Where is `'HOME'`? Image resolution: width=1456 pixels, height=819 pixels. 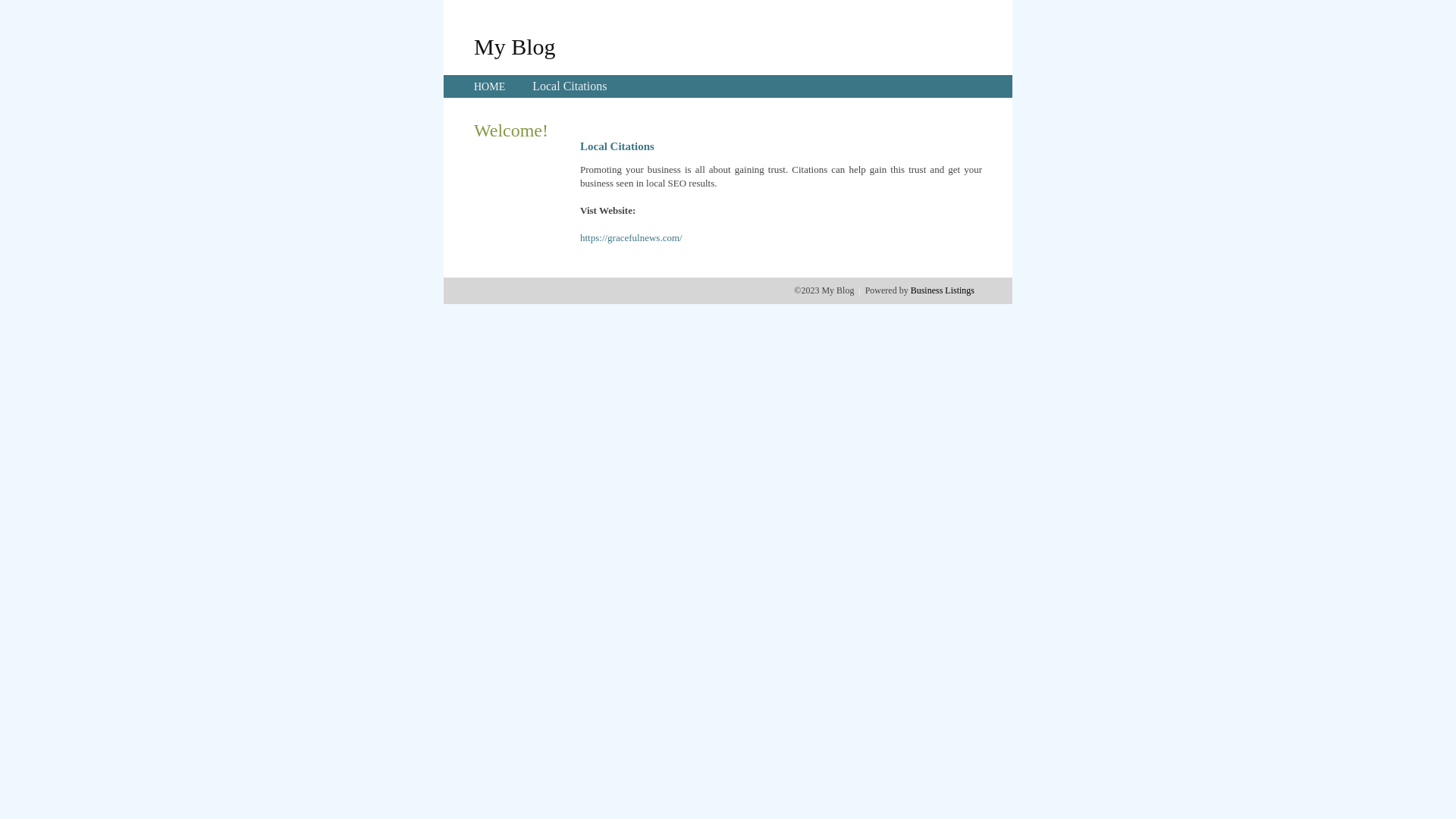
'HOME' is located at coordinates (489, 86).